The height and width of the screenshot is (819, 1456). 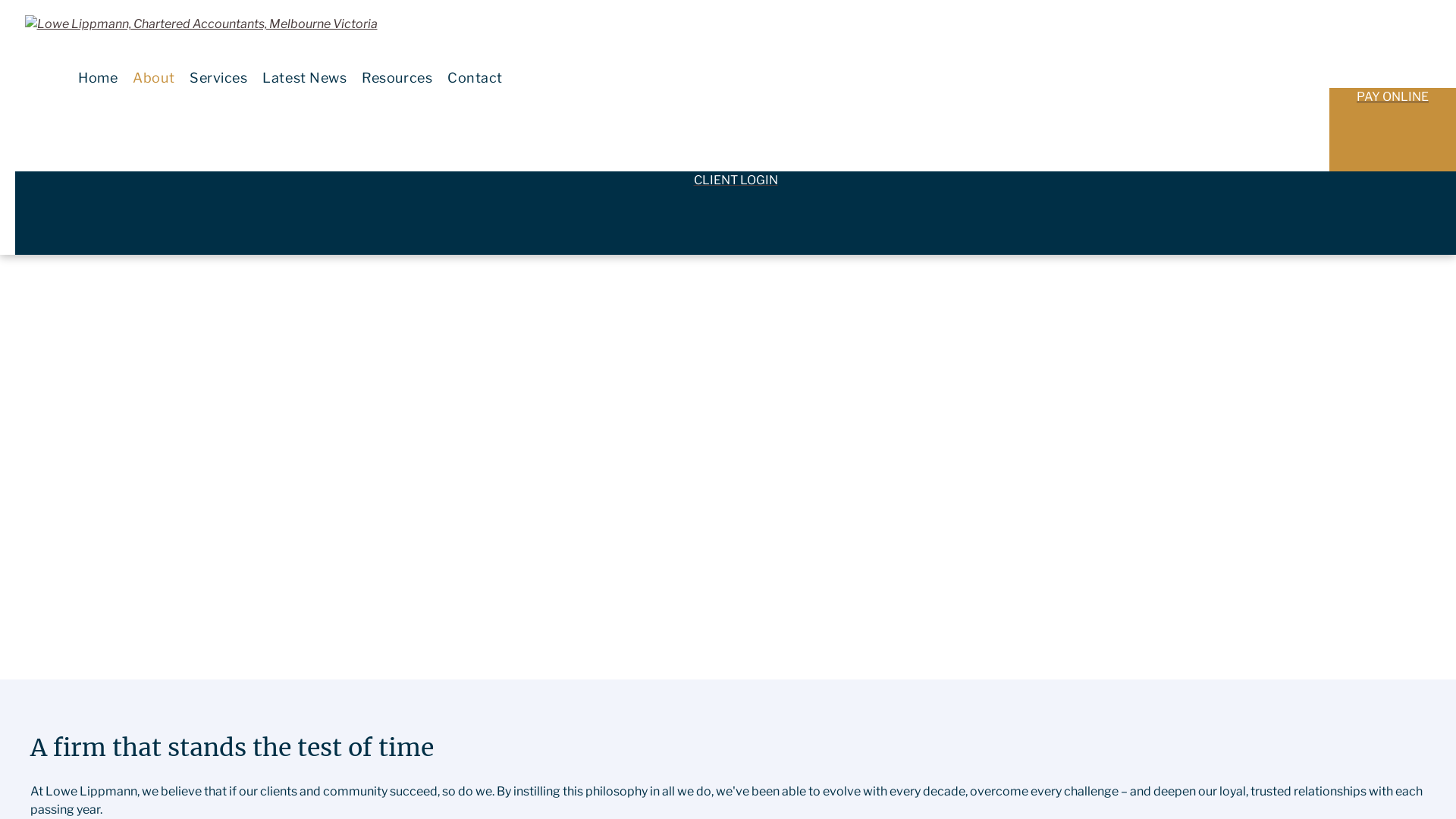 What do you see at coordinates (218, 77) in the screenshot?
I see `'Services'` at bounding box center [218, 77].